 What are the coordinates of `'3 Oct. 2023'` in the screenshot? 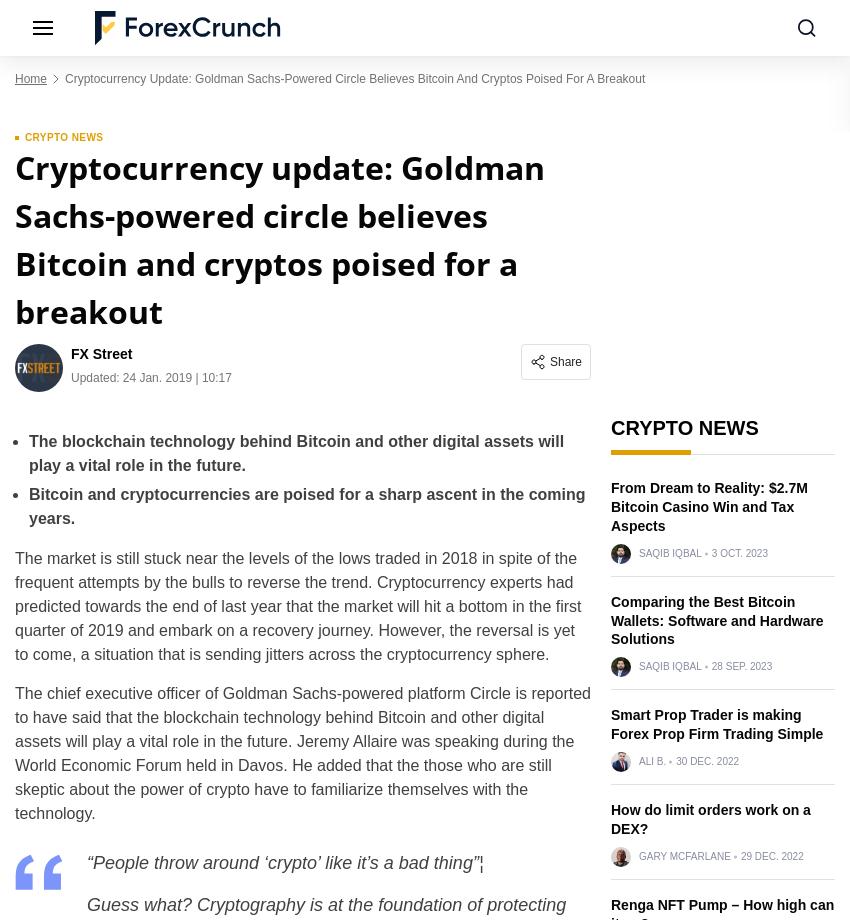 It's located at (738, 552).